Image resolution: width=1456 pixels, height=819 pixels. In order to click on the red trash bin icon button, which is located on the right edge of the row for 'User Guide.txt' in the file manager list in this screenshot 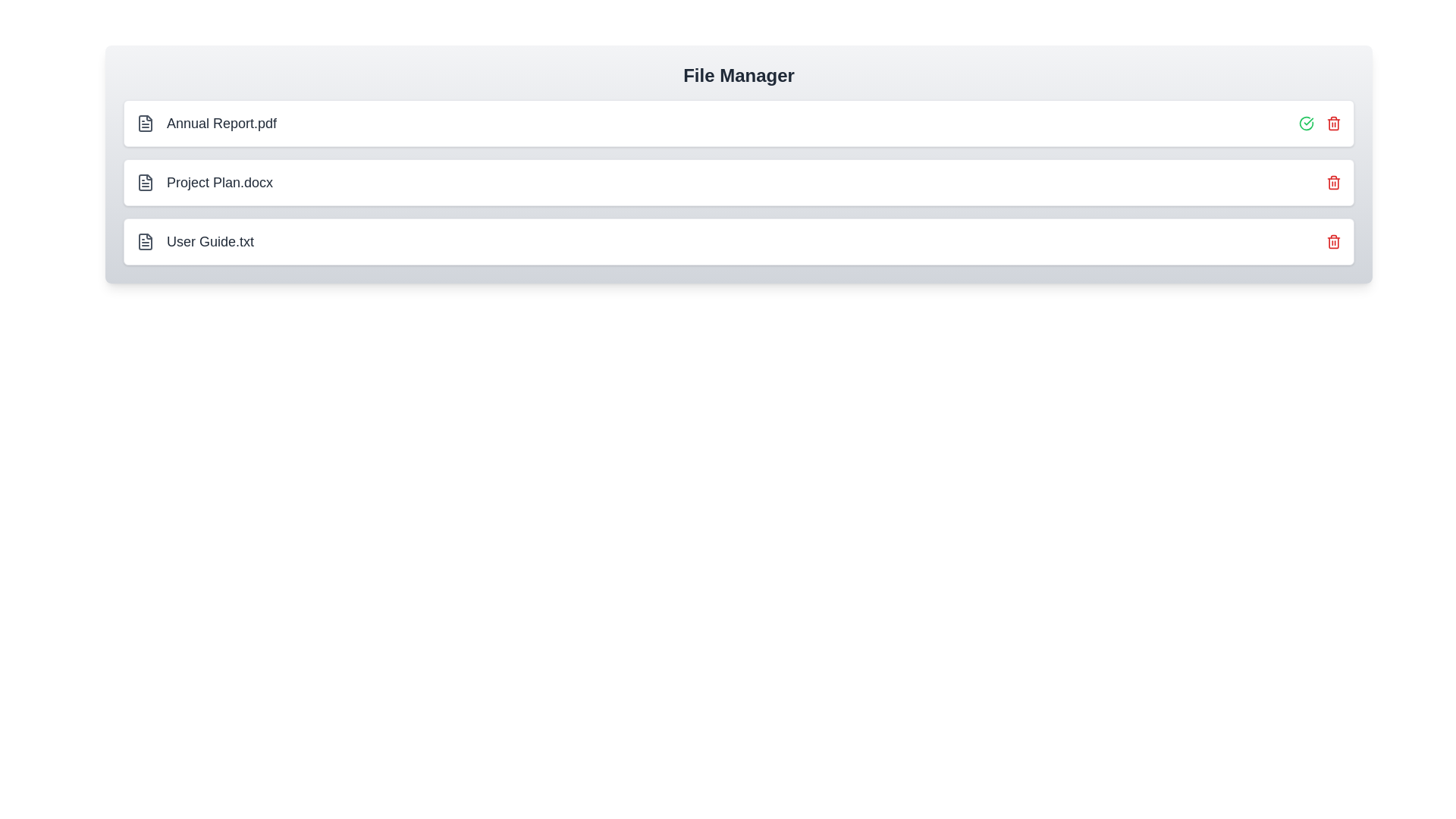, I will do `click(1332, 241)`.